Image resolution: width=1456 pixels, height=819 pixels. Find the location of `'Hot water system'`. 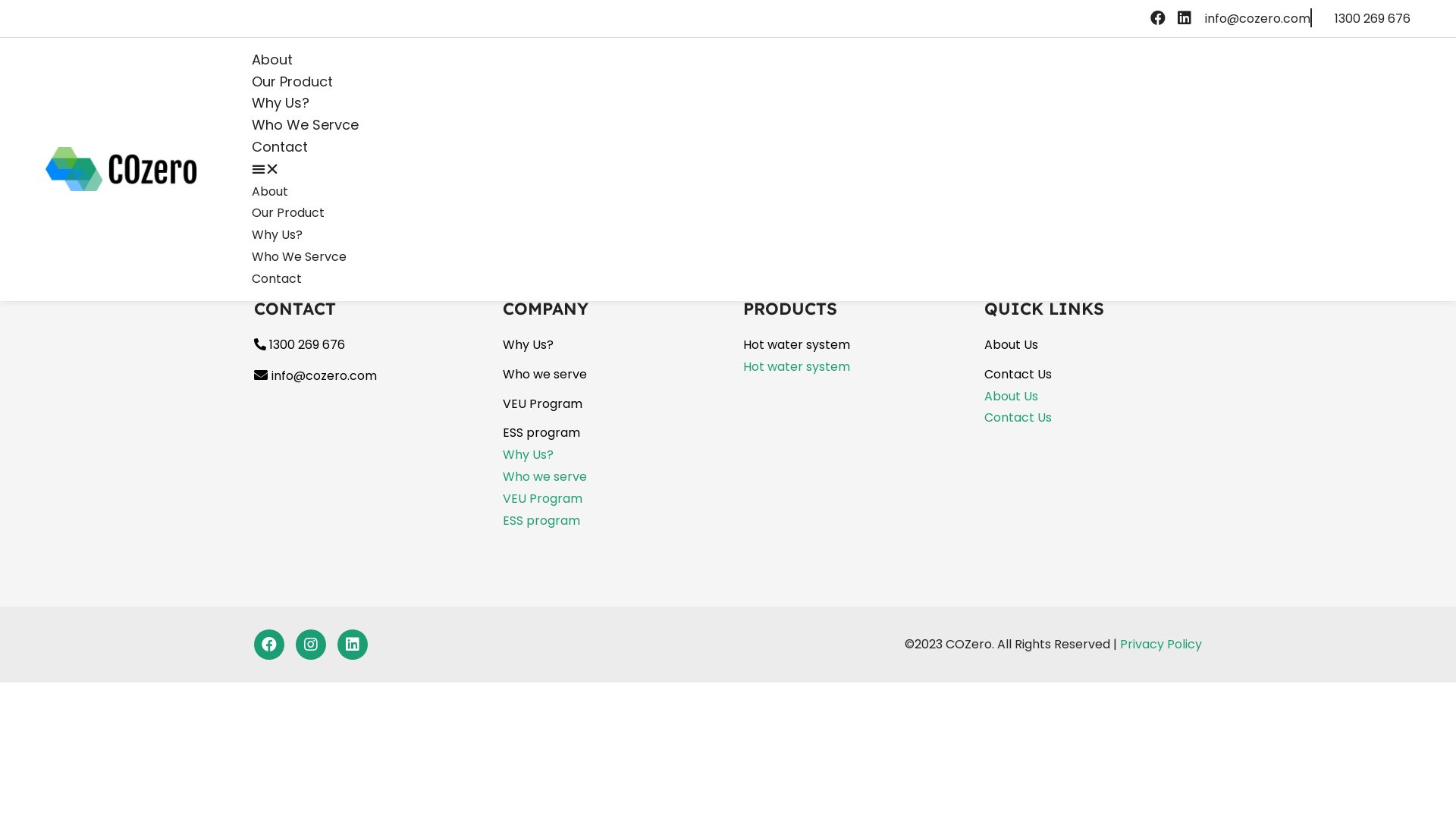

'Hot water system' is located at coordinates (795, 344).